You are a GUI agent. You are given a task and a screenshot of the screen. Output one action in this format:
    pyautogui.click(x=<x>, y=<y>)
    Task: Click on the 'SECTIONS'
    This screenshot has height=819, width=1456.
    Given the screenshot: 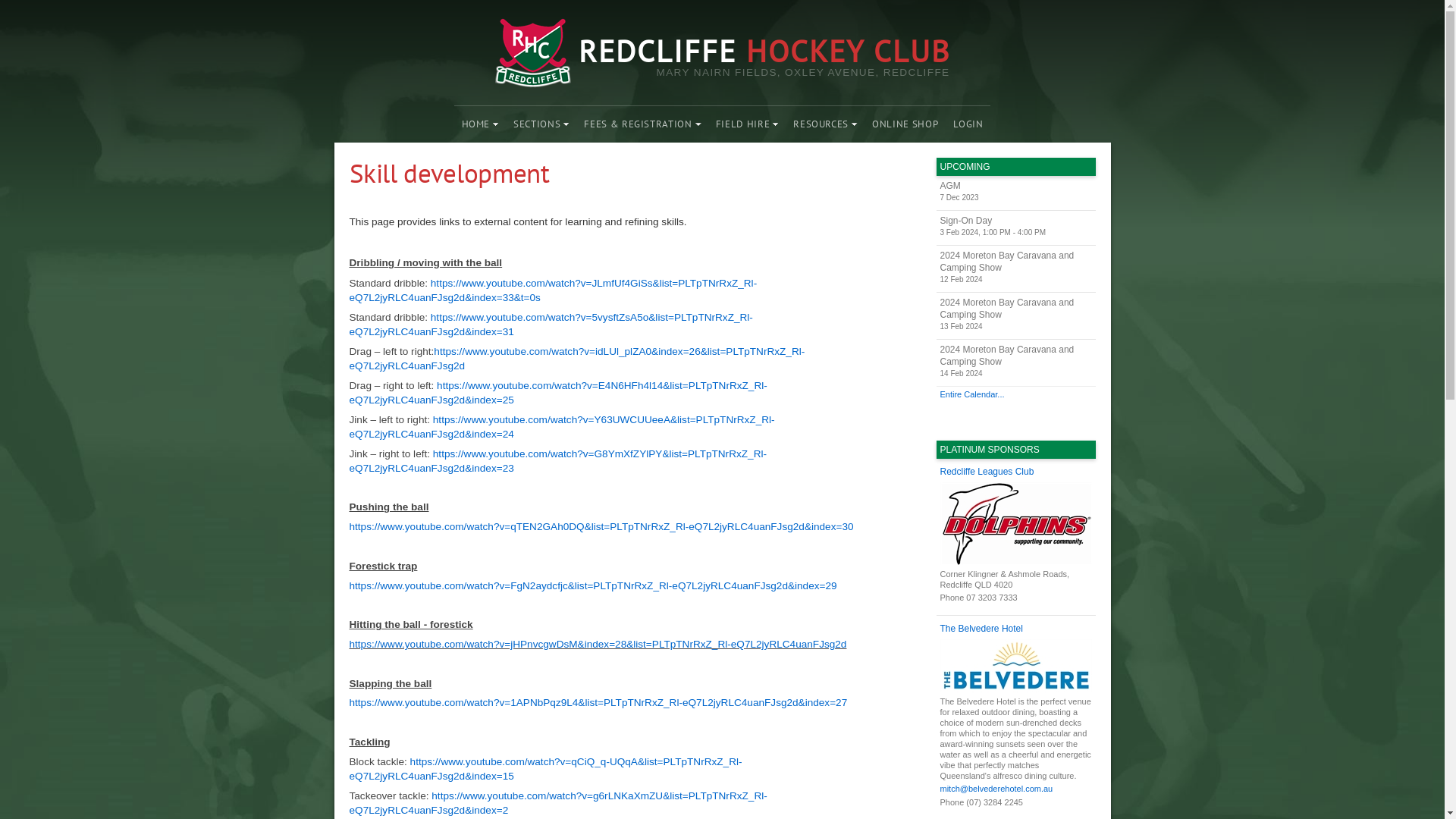 What is the action you would take?
    pyautogui.click(x=506, y=124)
    